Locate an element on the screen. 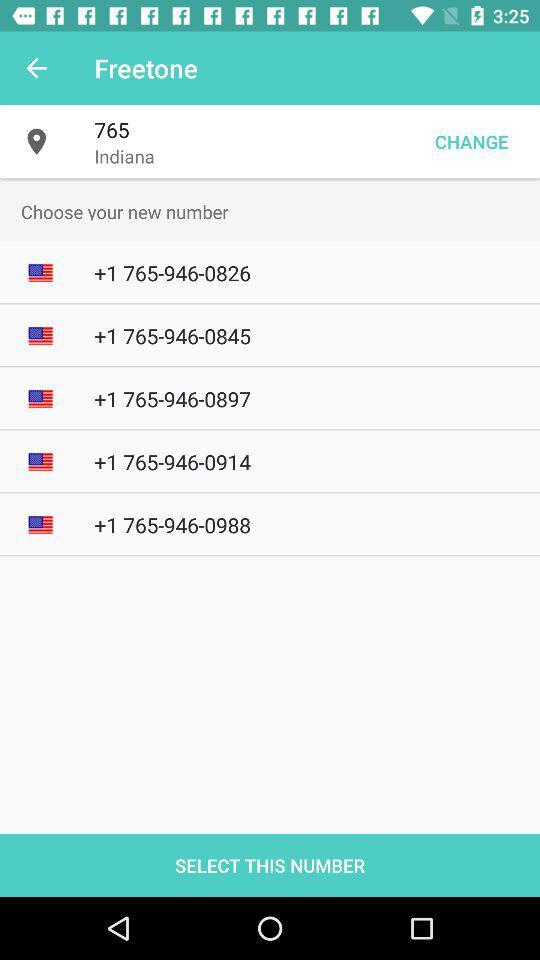 This screenshot has width=540, height=960. the change item is located at coordinates (471, 140).